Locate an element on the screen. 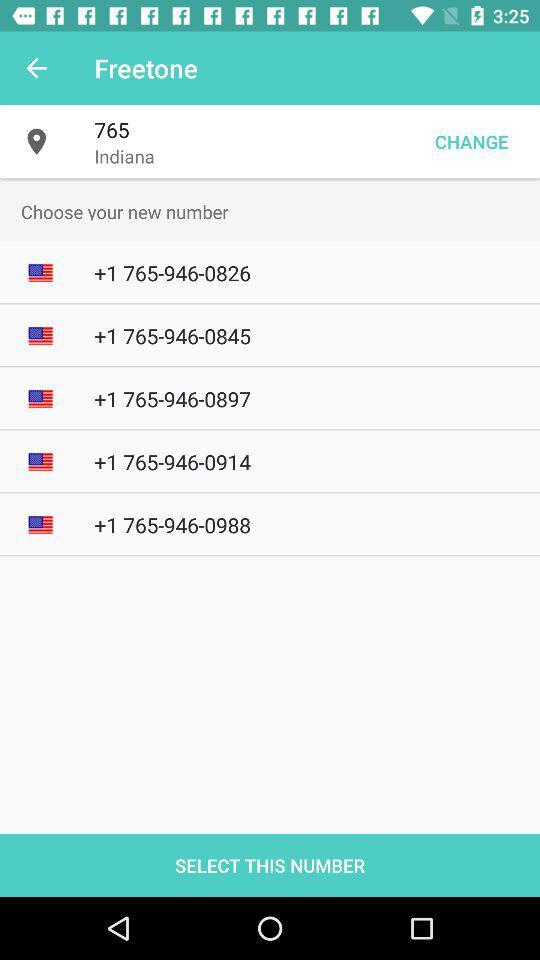 This screenshot has width=540, height=960. the change item is located at coordinates (471, 140).